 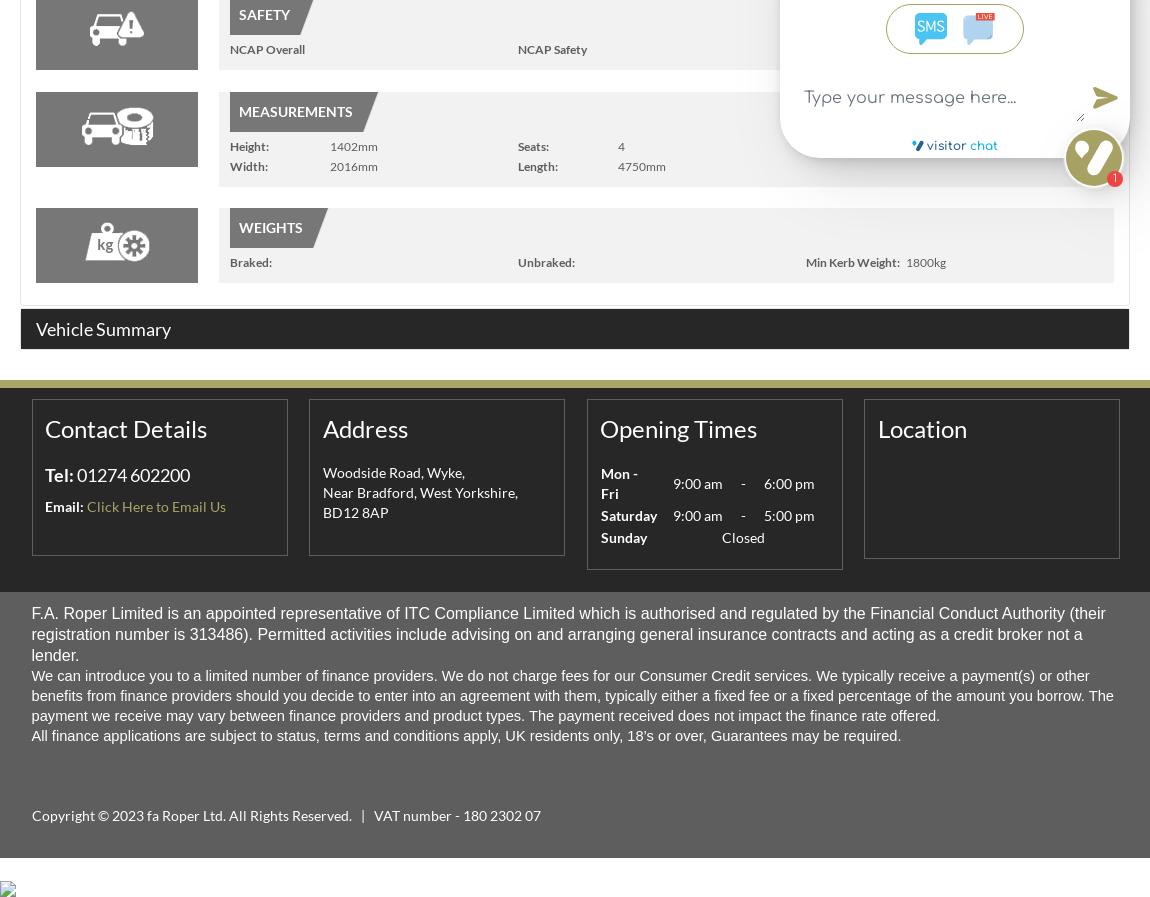 What do you see at coordinates (599, 537) in the screenshot?
I see `'Sunday'` at bounding box center [599, 537].